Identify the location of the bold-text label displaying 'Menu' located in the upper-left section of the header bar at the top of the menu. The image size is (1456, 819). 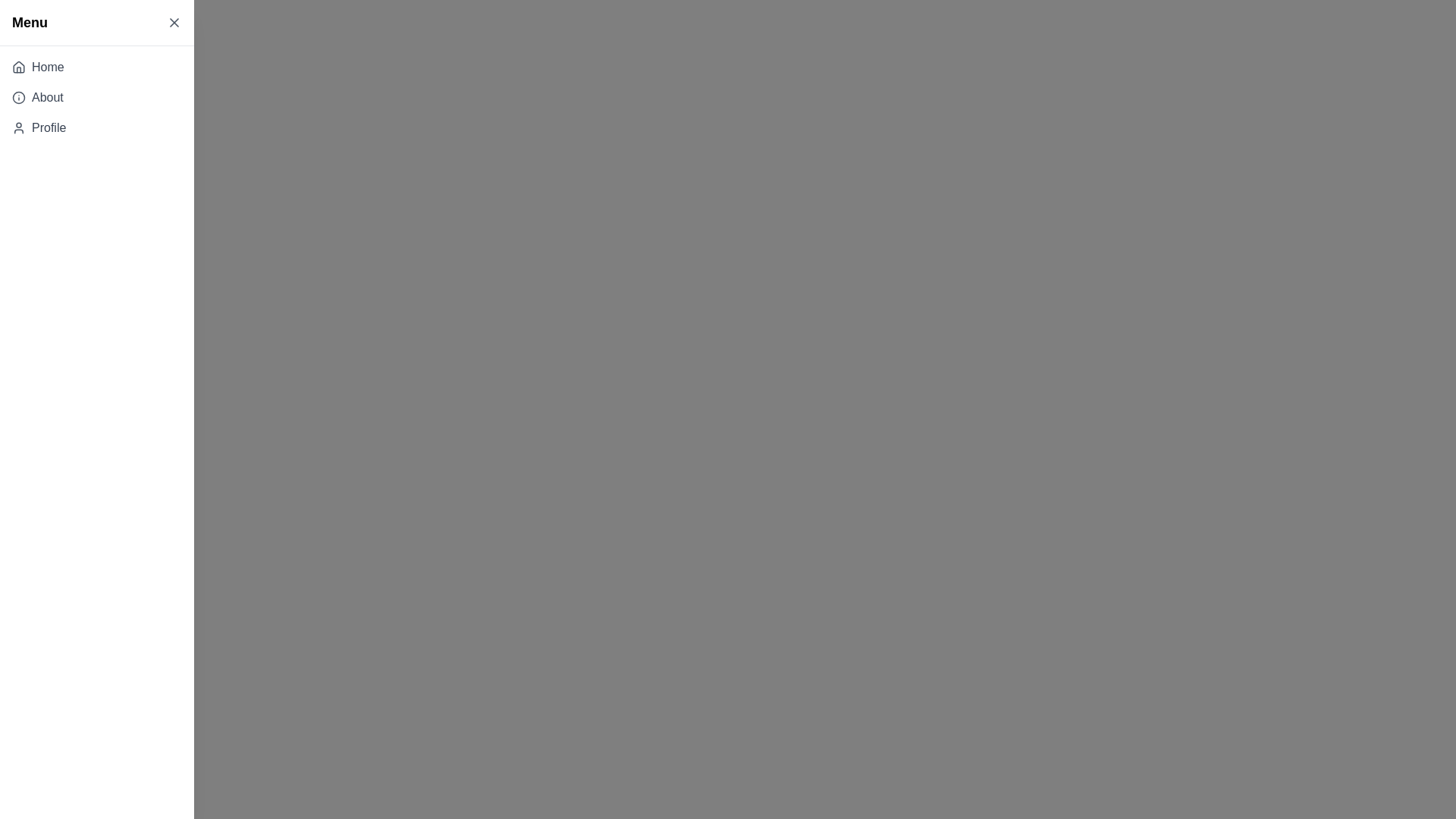
(30, 23).